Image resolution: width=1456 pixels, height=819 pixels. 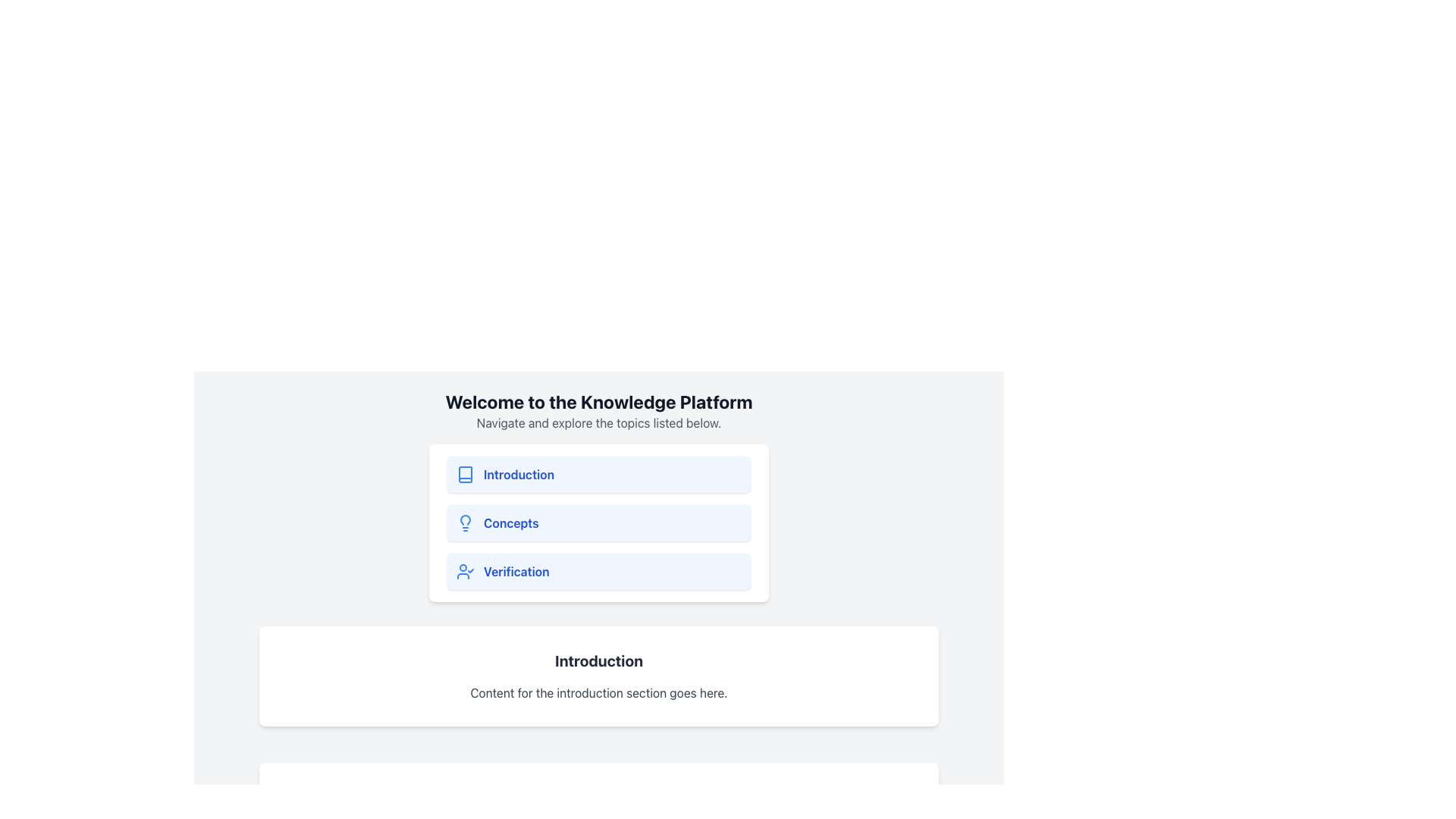 What do you see at coordinates (598, 693) in the screenshot?
I see `the descriptive text display located below the 'Introduction' header, which provides an overview for that section` at bounding box center [598, 693].